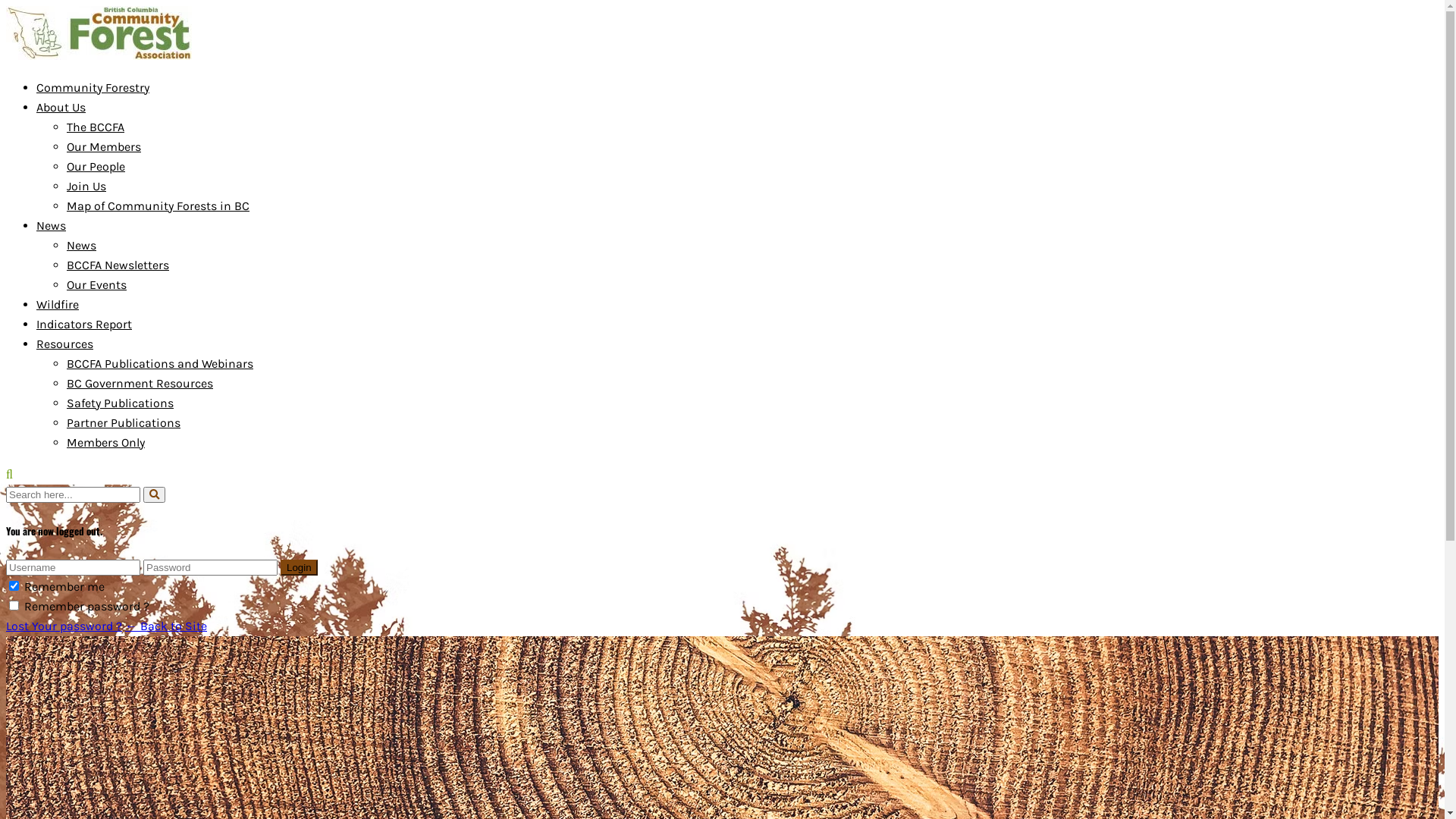 The width and height of the screenshot is (1456, 819). I want to click on 'Our People', so click(65, 166).